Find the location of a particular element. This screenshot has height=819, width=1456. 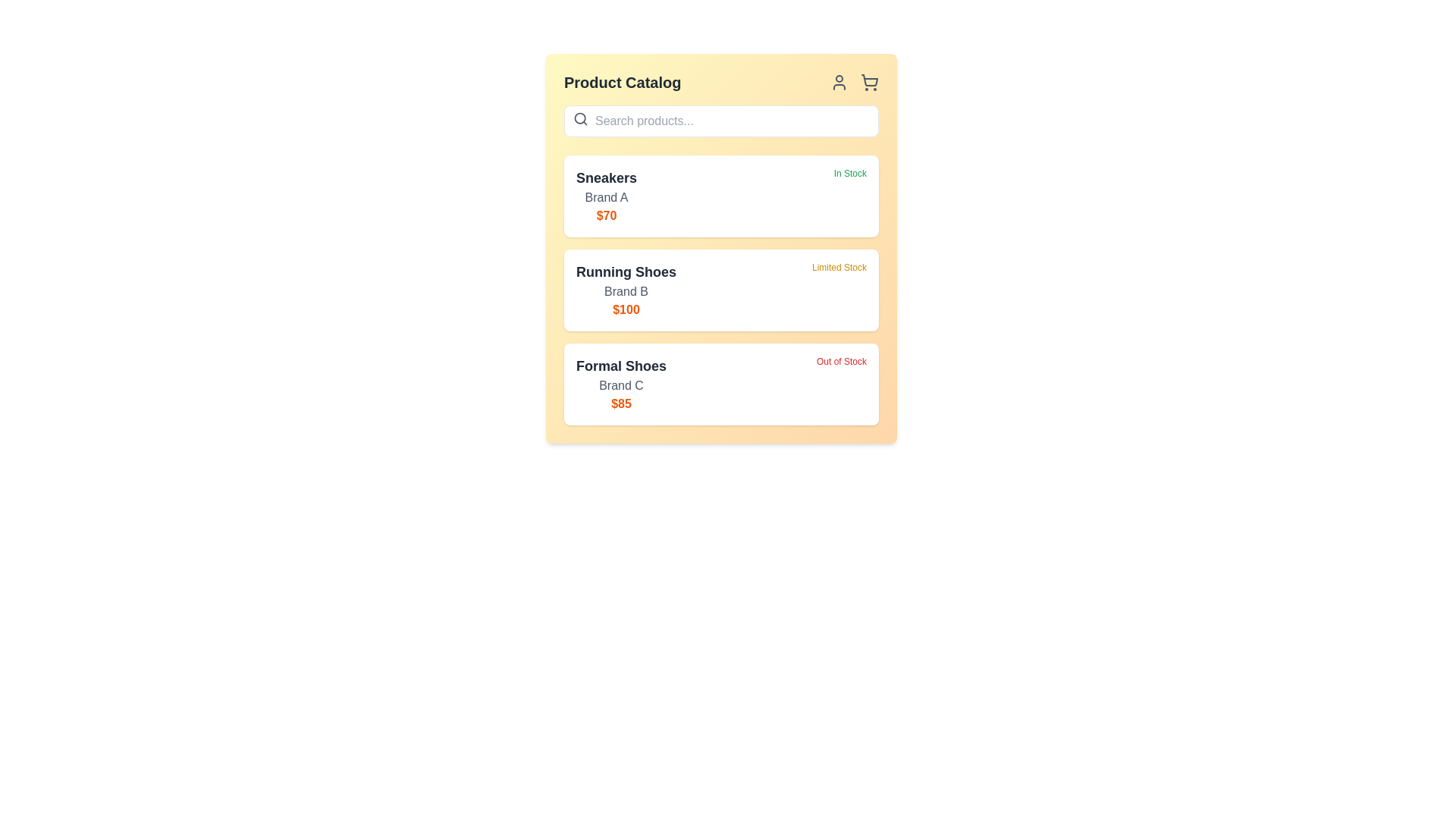

the magnifying glass icon, which is styled as a search symbol and located on the left-hand side of the search text input field is located at coordinates (580, 118).